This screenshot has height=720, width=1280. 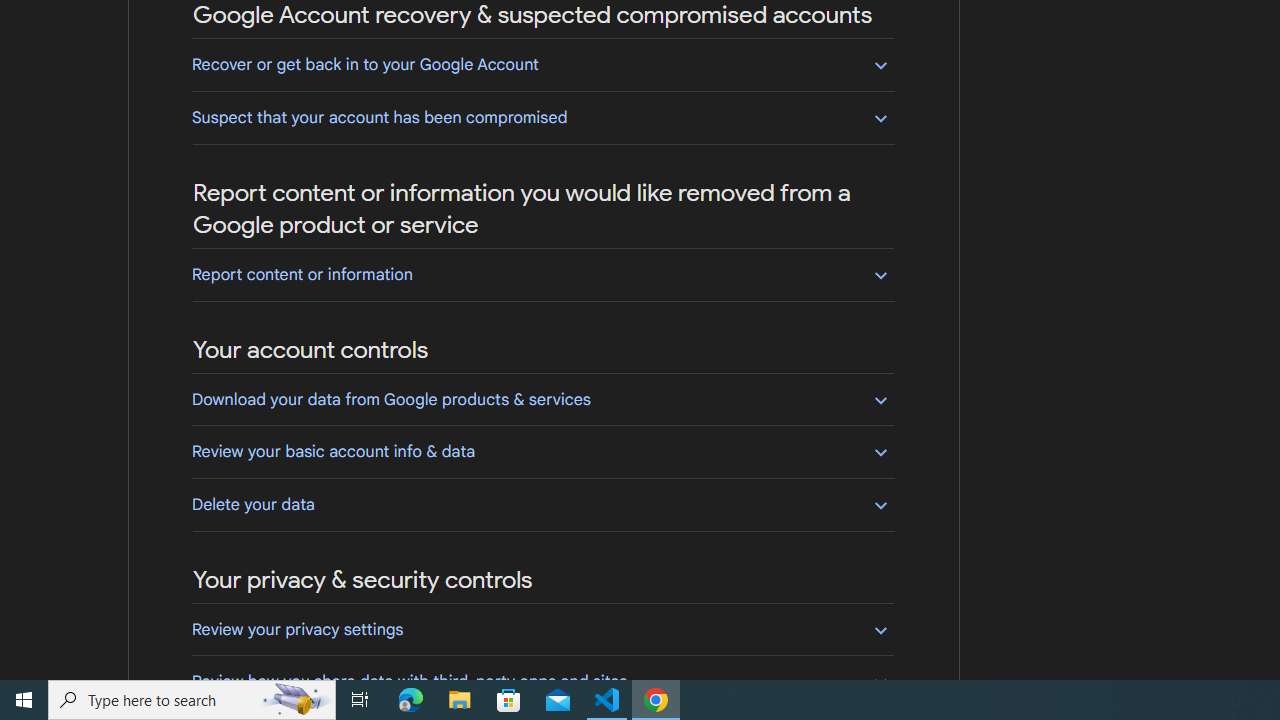 What do you see at coordinates (542, 117) in the screenshot?
I see `'Suspect that your account has been compromised'` at bounding box center [542, 117].